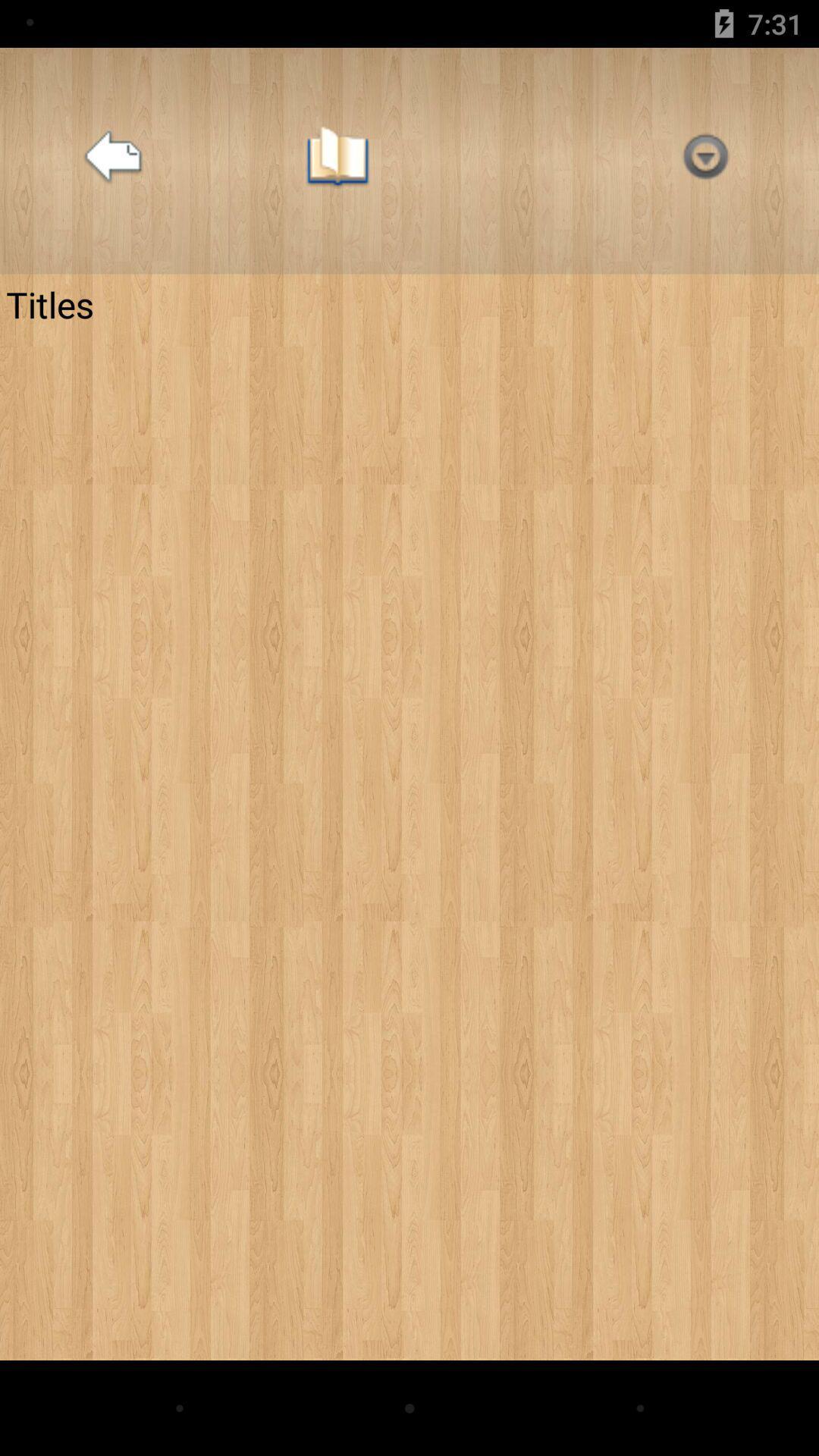  I want to click on the icon above titles icon, so click(112, 161).